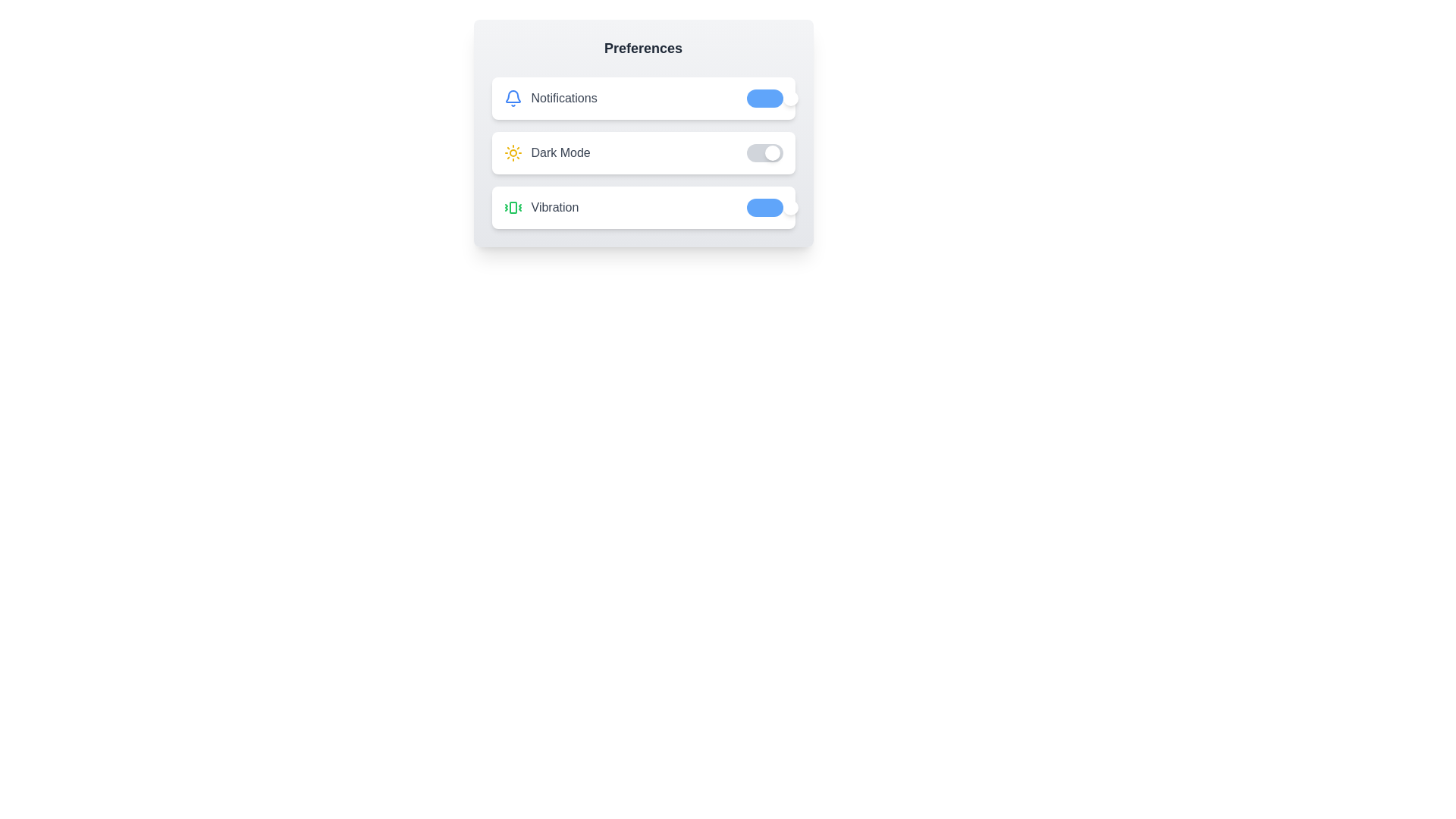  I want to click on the yellow sun icon located to the left of the 'Dark Mode' text label in the preferences list, so click(513, 152).